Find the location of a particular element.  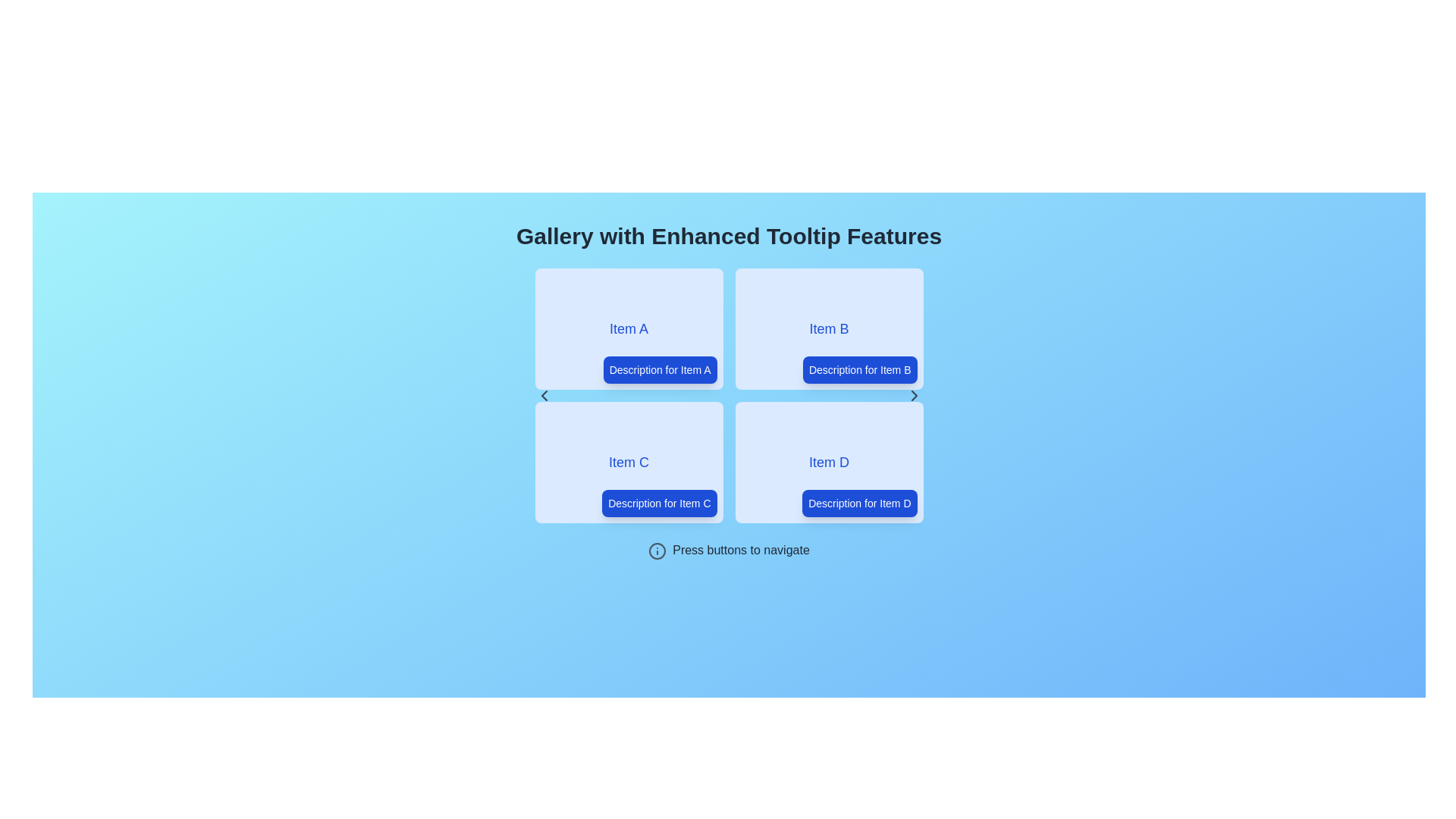

the information icon located near the bottom of the interface, immediately to the left of the text 'Press buttons to navigate' is located at coordinates (657, 550).